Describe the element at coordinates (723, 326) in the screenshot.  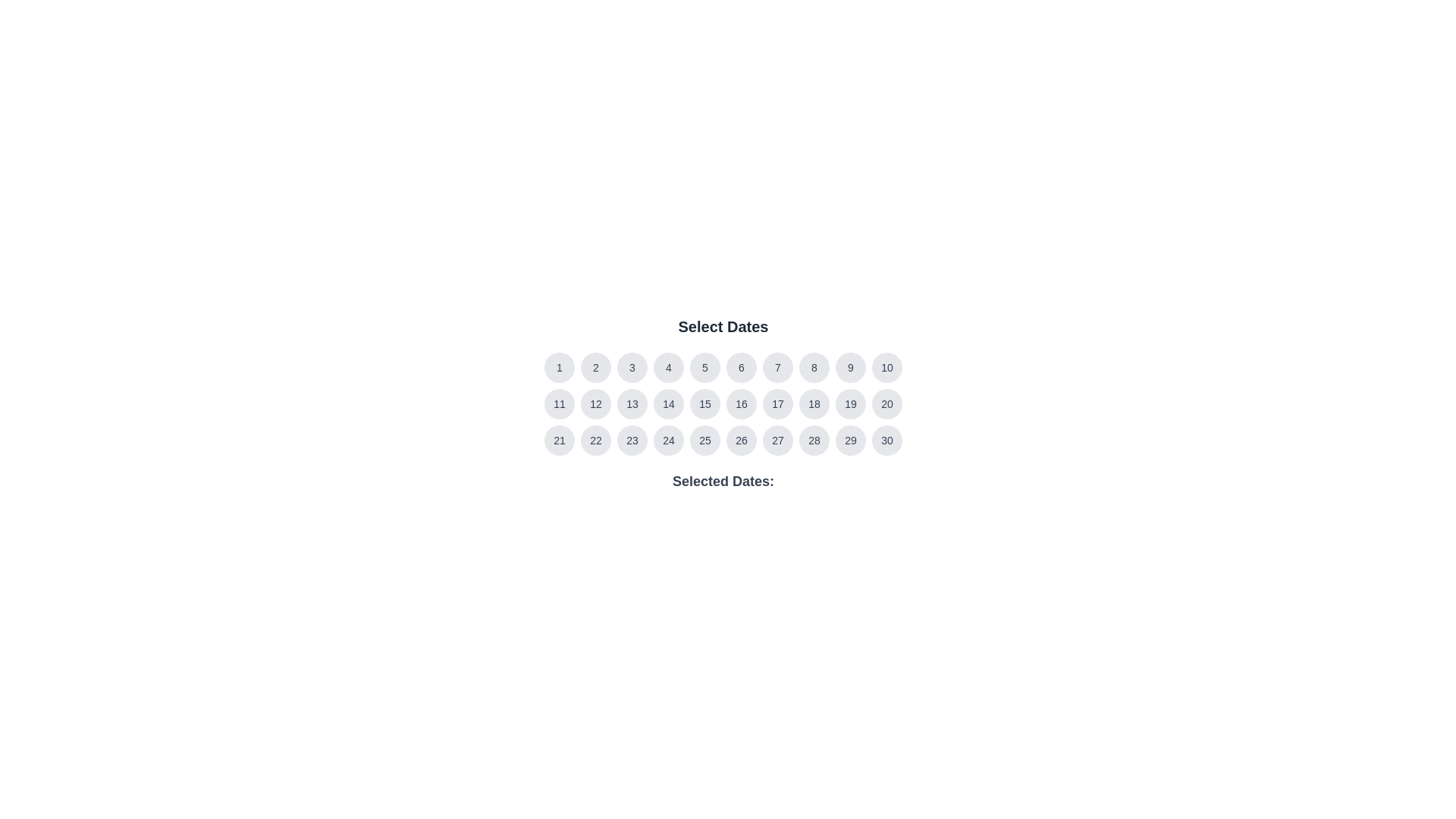
I see `text label displaying 'Select Dates' in bold, extra-large, gray font located at the top of the calendar interface` at that location.